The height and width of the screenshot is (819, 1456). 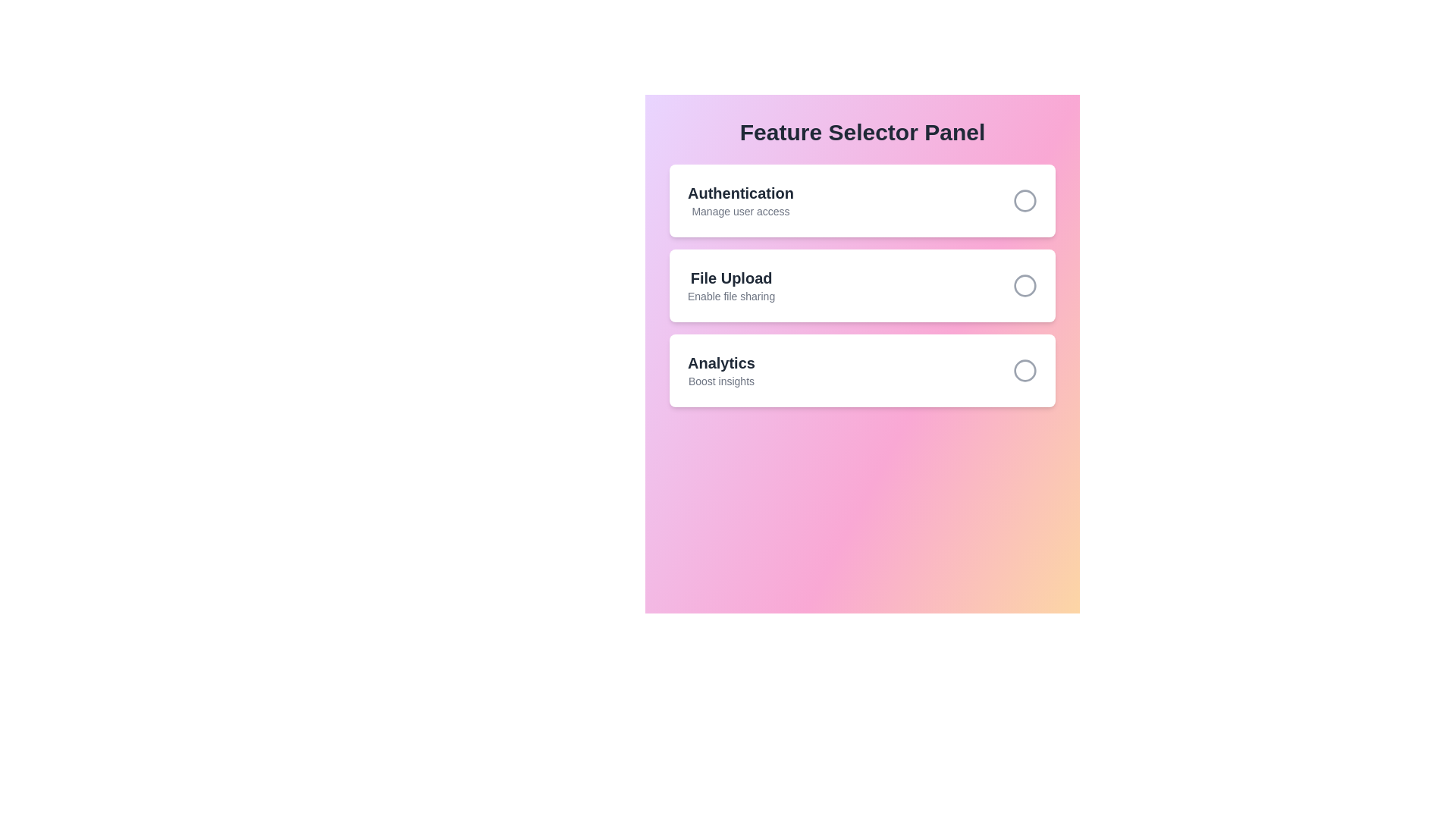 What do you see at coordinates (1025, 200) in the screenshot?
I see `the feature corresponding to Authentication by clicking its circle button` at bounding box center [1025, 200].